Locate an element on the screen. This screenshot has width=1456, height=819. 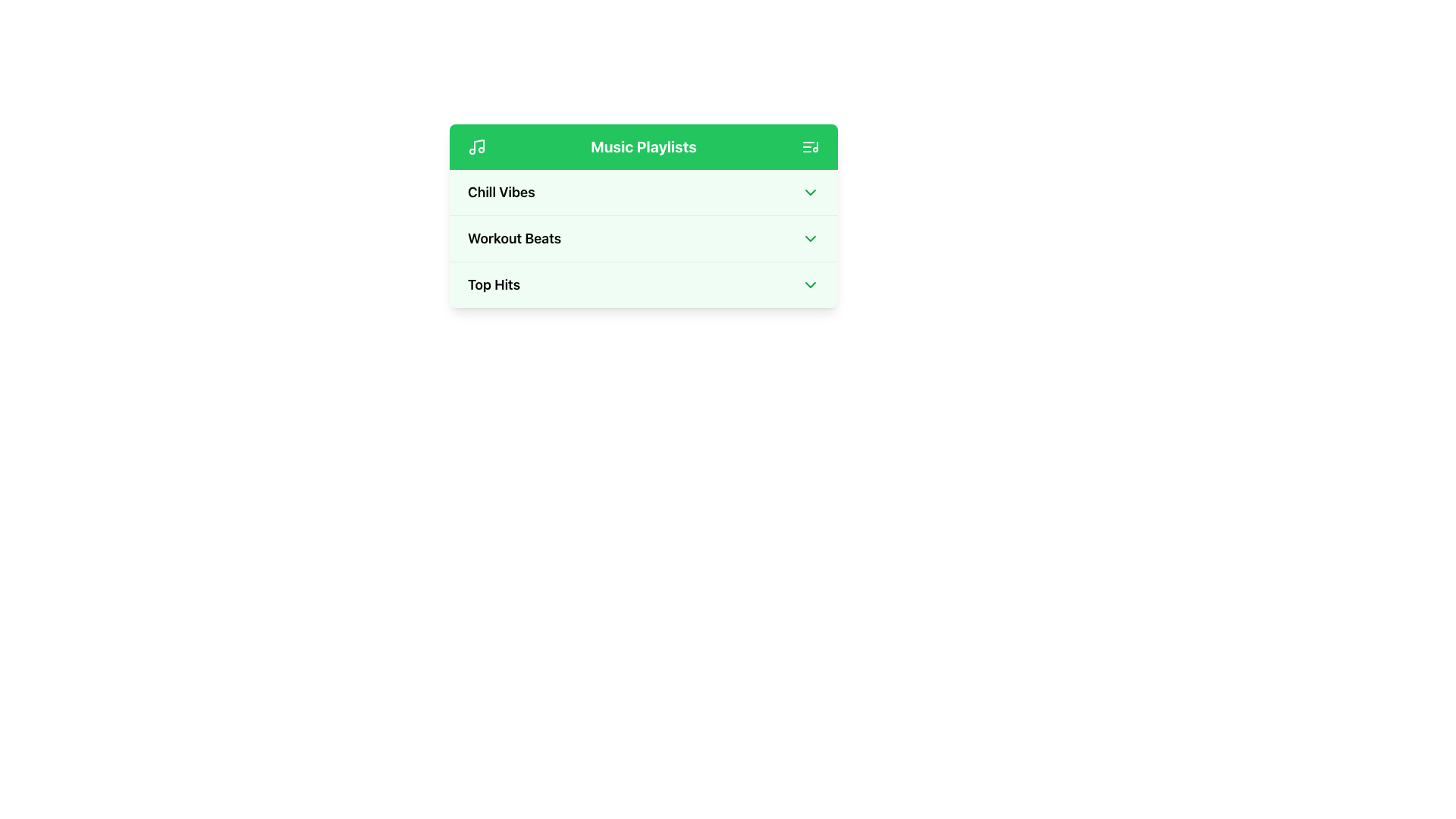
the text label displaying 'Workout Beats', which is the second entry in the music playlist list under 'Music Playlists' is located at coordinates (514, 239).